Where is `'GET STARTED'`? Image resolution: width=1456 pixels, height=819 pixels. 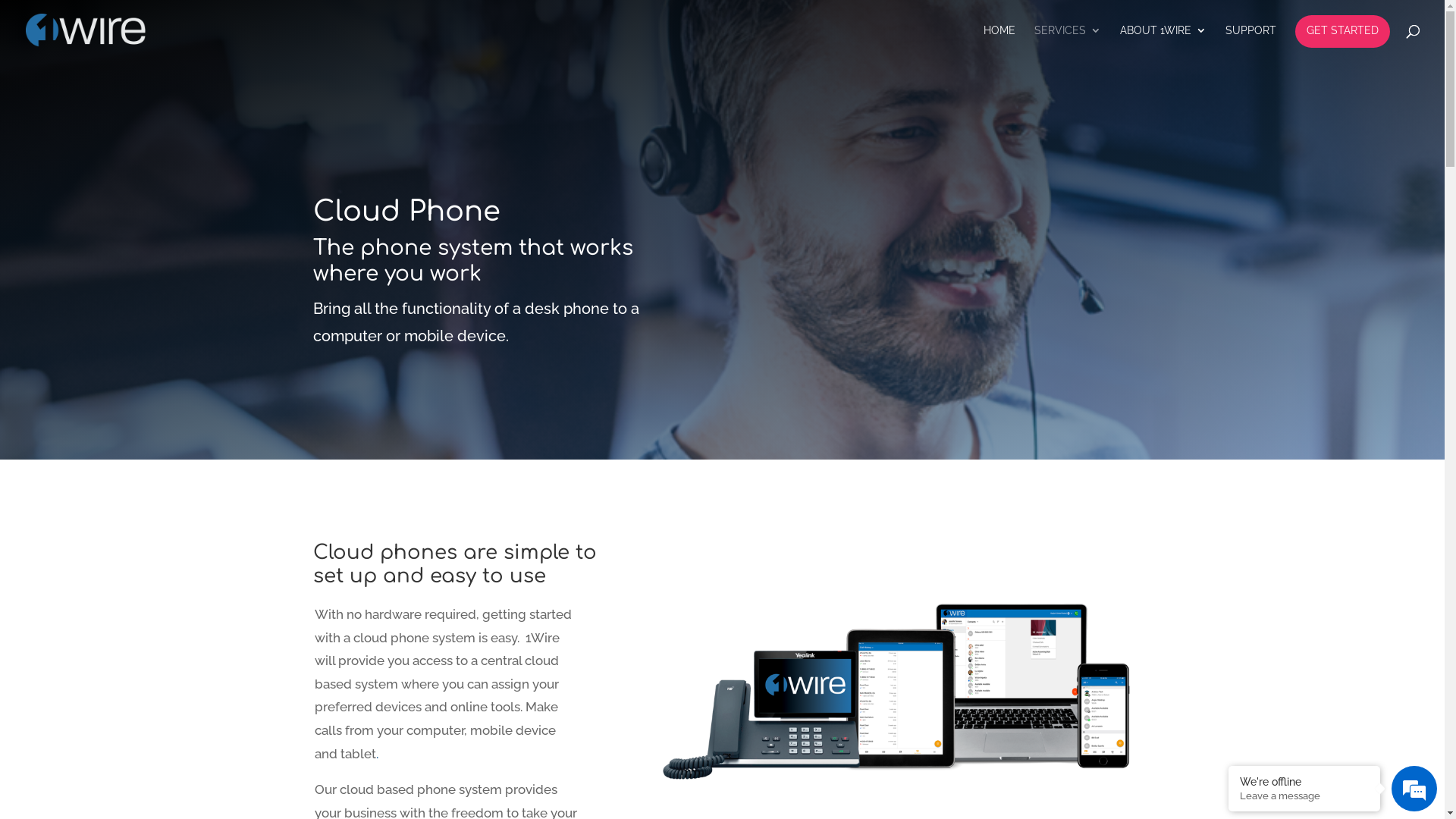 'GET STARTED' is located at coordinates (1294, 31).